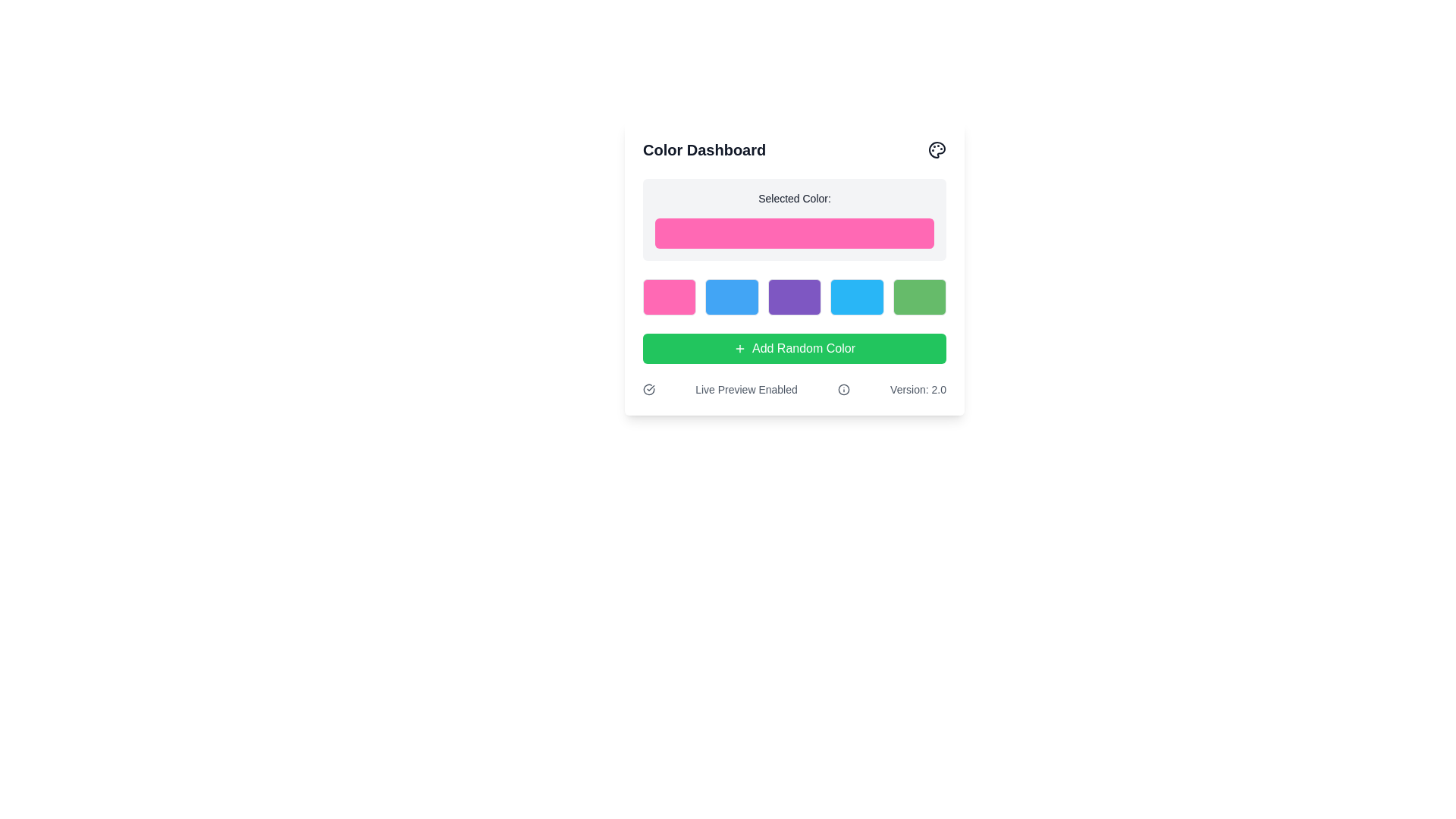  What do you see at coordinates (793, 198) in the screenshot?
I see `text label that describes the currently selected color, located above the color display rectangle in the central area of the dashboard` at bounding box center [793, 198].